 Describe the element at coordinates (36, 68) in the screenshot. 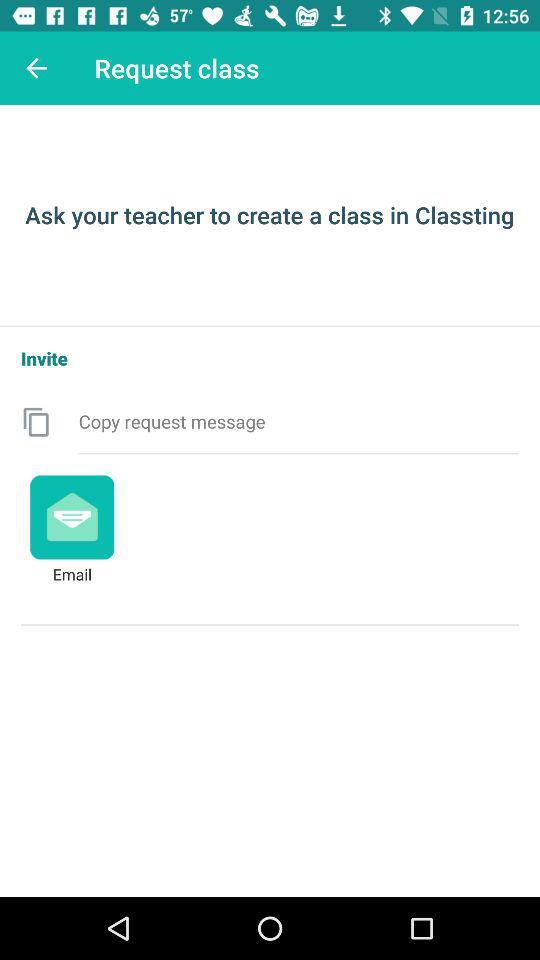

I see `the item above ask your teacher` at that location.